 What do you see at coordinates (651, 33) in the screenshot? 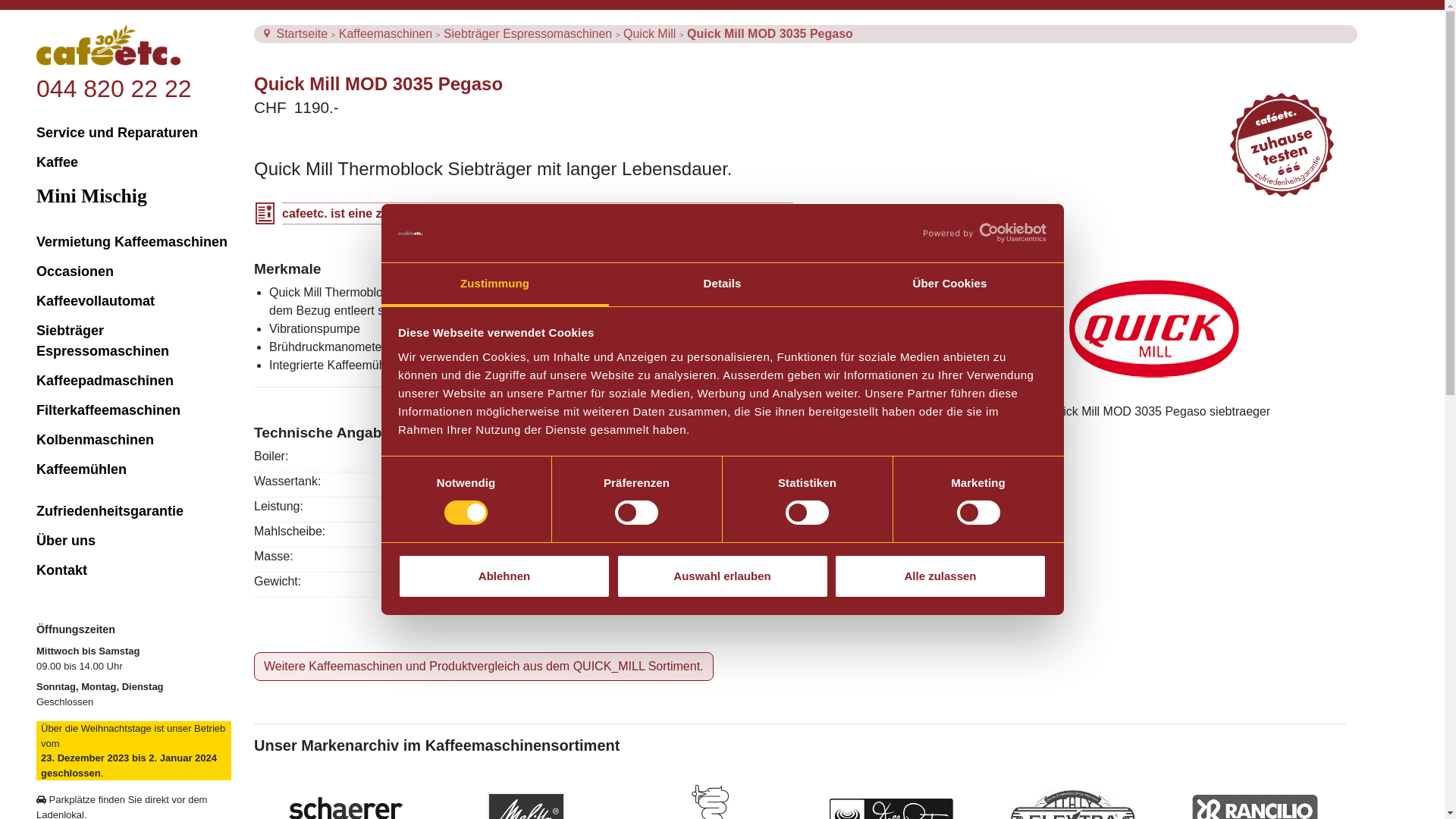
I see `'Quick Mill'` at bounding box center [651, 33].